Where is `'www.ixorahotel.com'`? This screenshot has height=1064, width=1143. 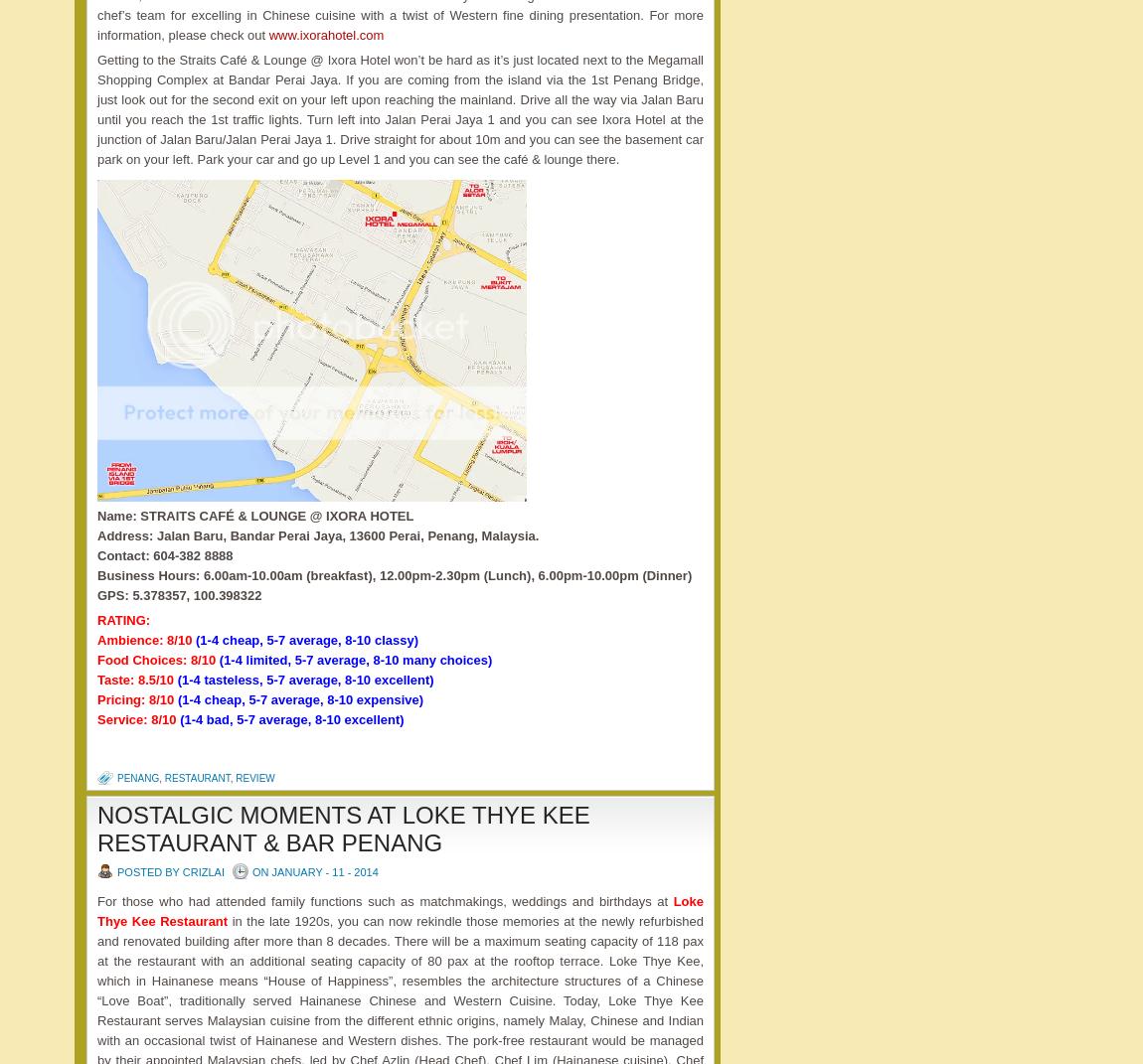 'www.ixorahotel.com' is located at coordinates (325, 33).